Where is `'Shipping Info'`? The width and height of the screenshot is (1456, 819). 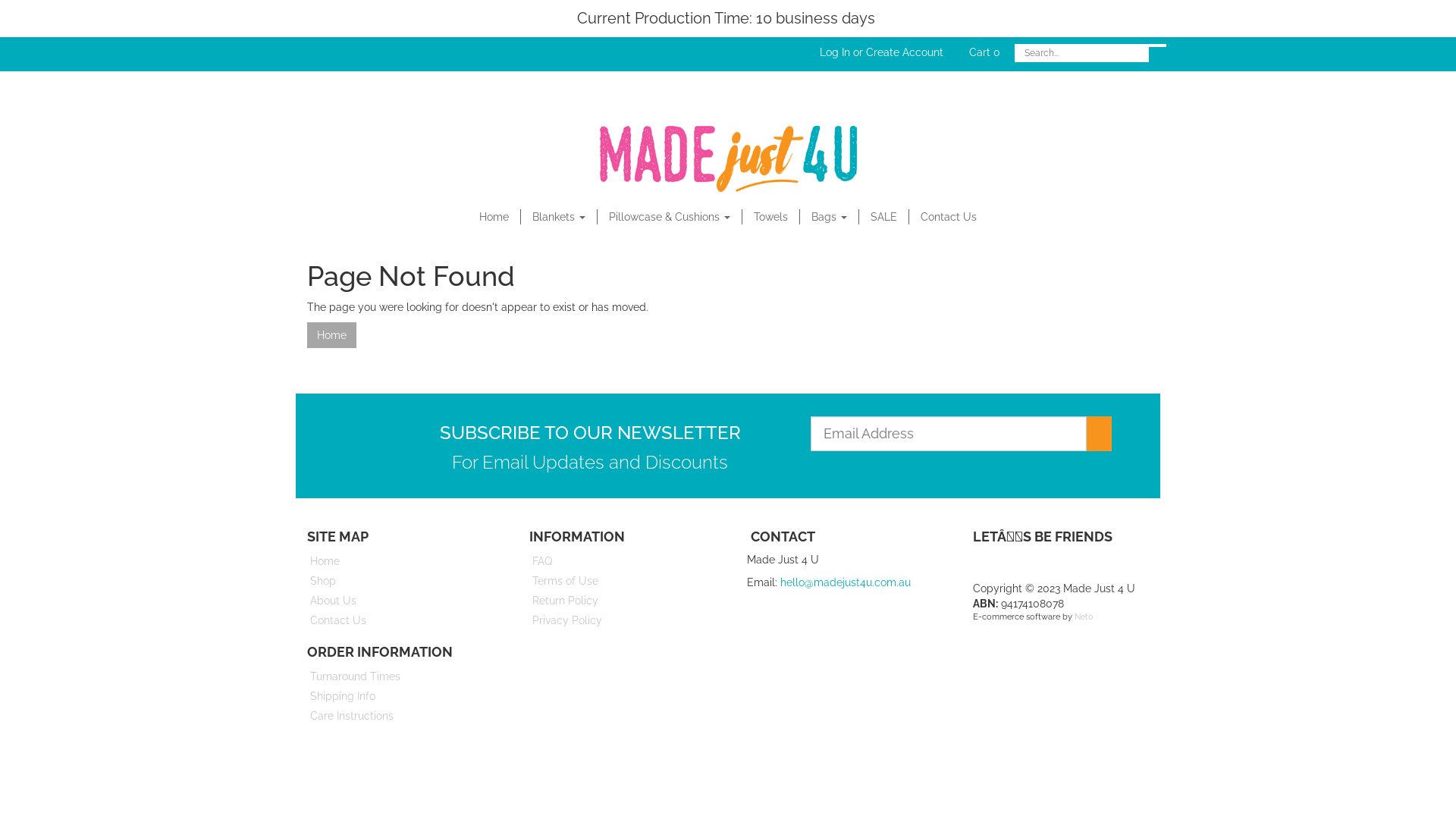 'Shipping Info' is located at coordinates (400, 696).